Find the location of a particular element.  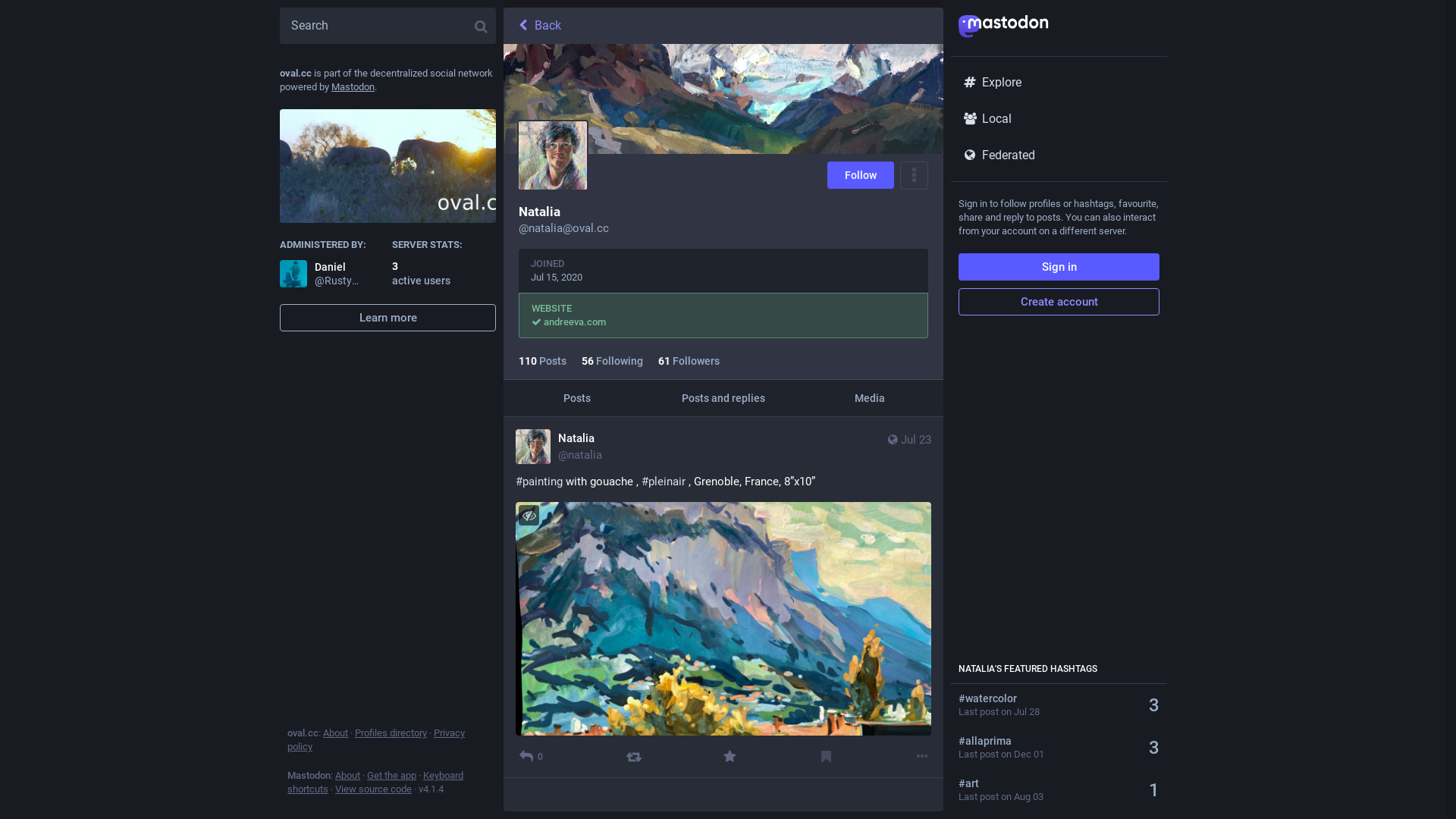

'110 Posts' is located at coordinates (542, 360).